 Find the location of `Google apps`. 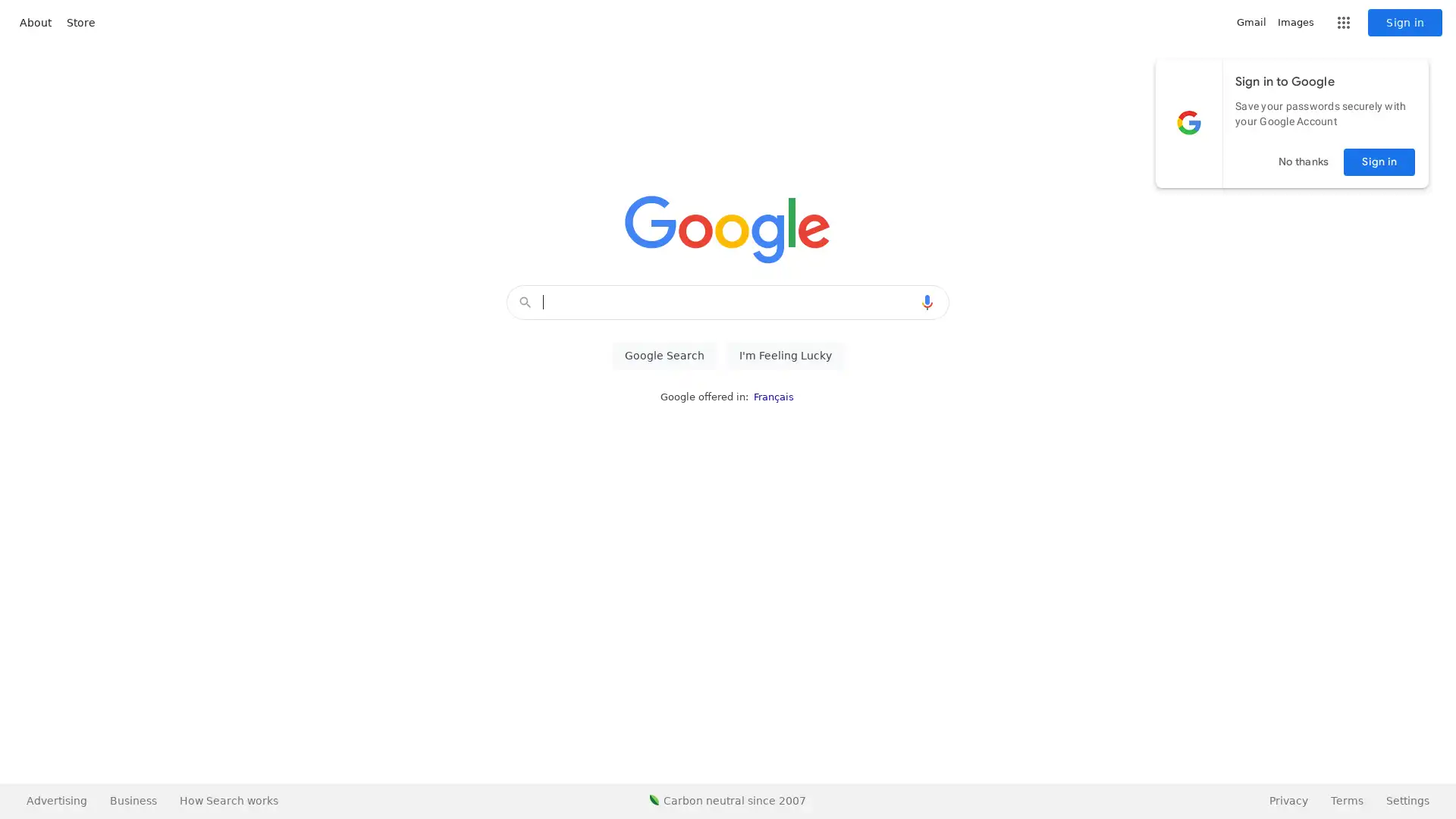

Google apps is located at coordinates (1343, 23).